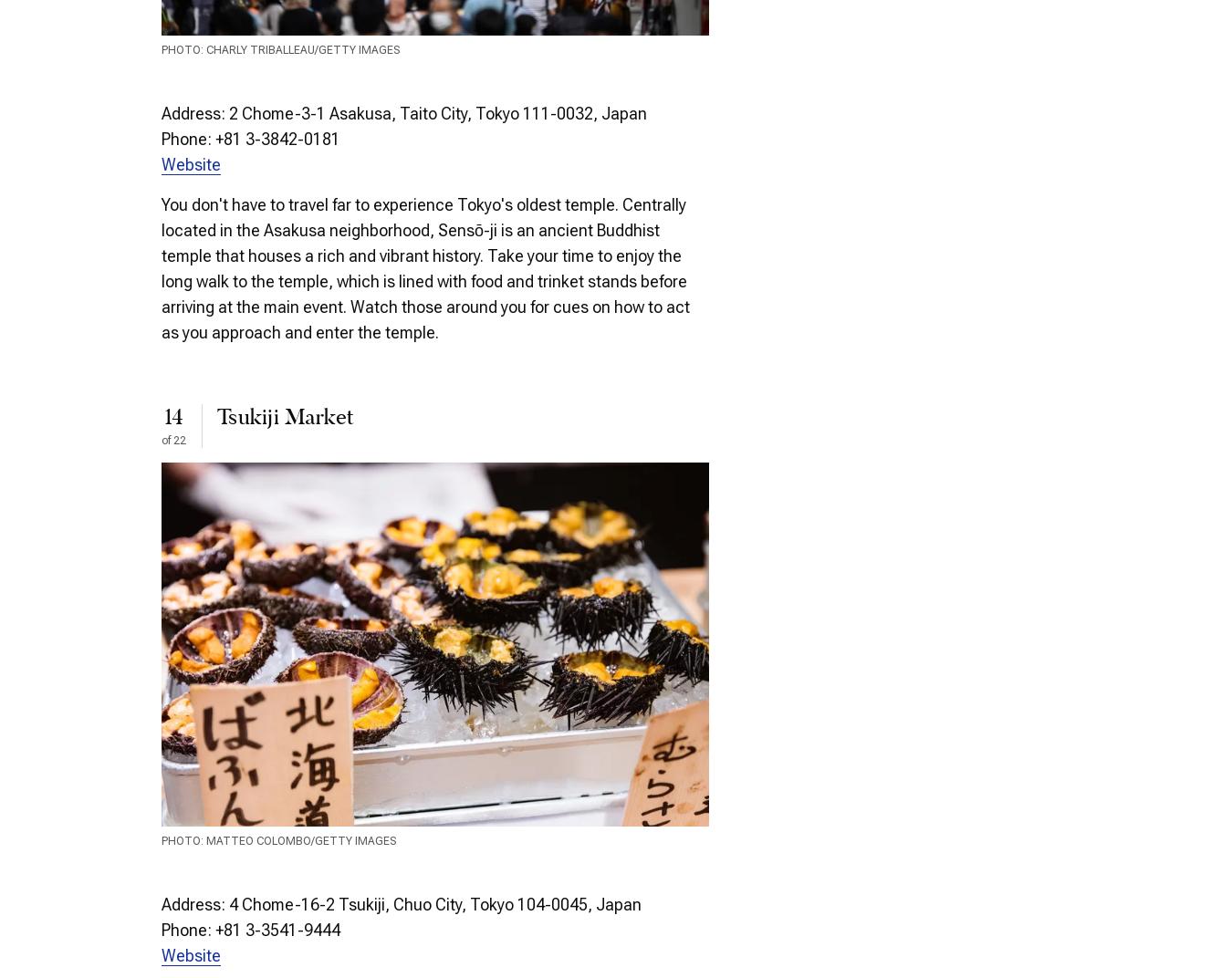  Describe the element at coordinates (401, 903) in the screenshot. I see `'Address: 4 Chome-16-2 Tsukiji, Chuo City, Tokyo 104-0045, Japan'` at that location.